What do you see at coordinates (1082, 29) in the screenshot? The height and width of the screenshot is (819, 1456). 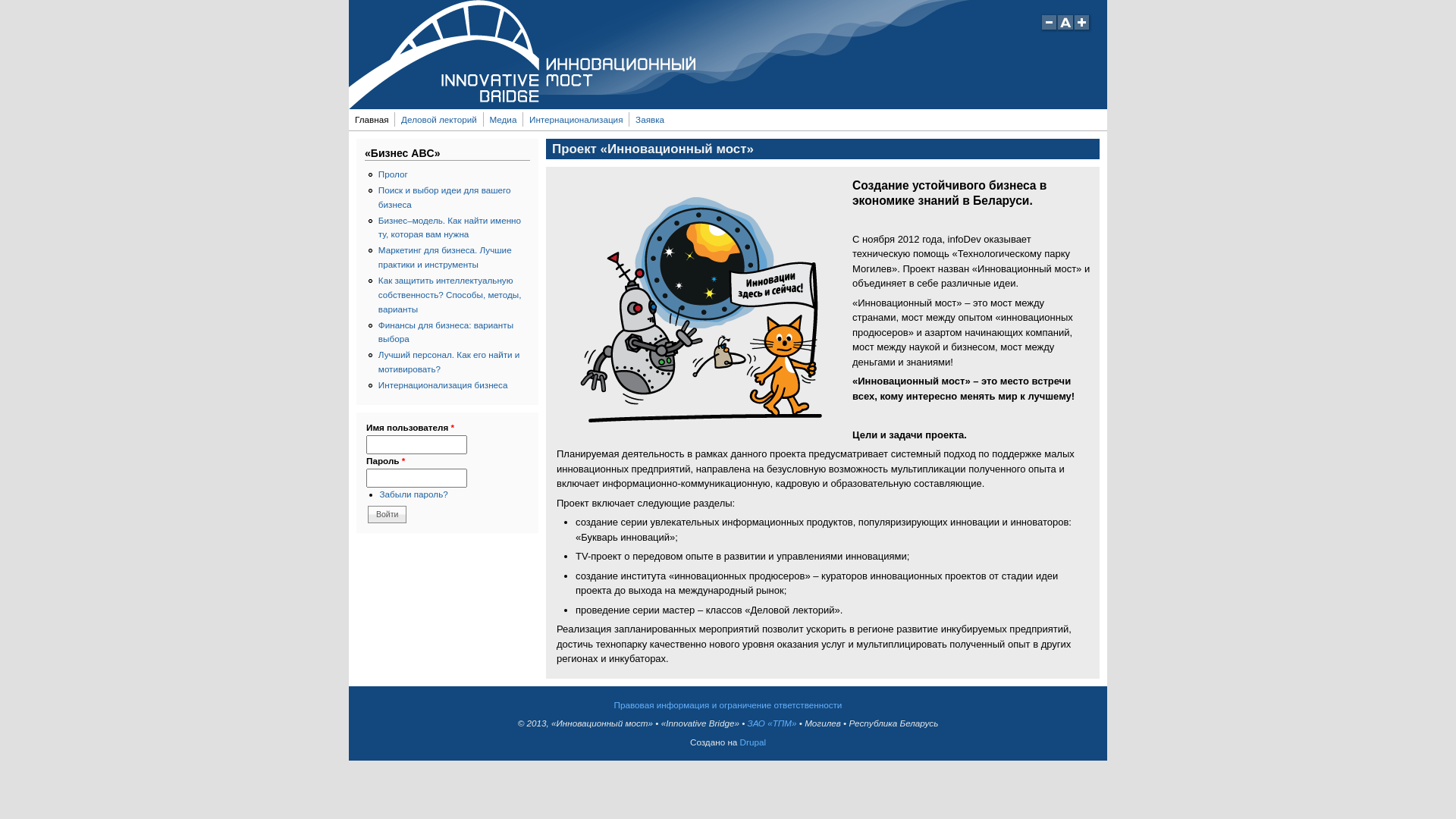 I see `'Increase text size'` at bounding box center [1082, 29].